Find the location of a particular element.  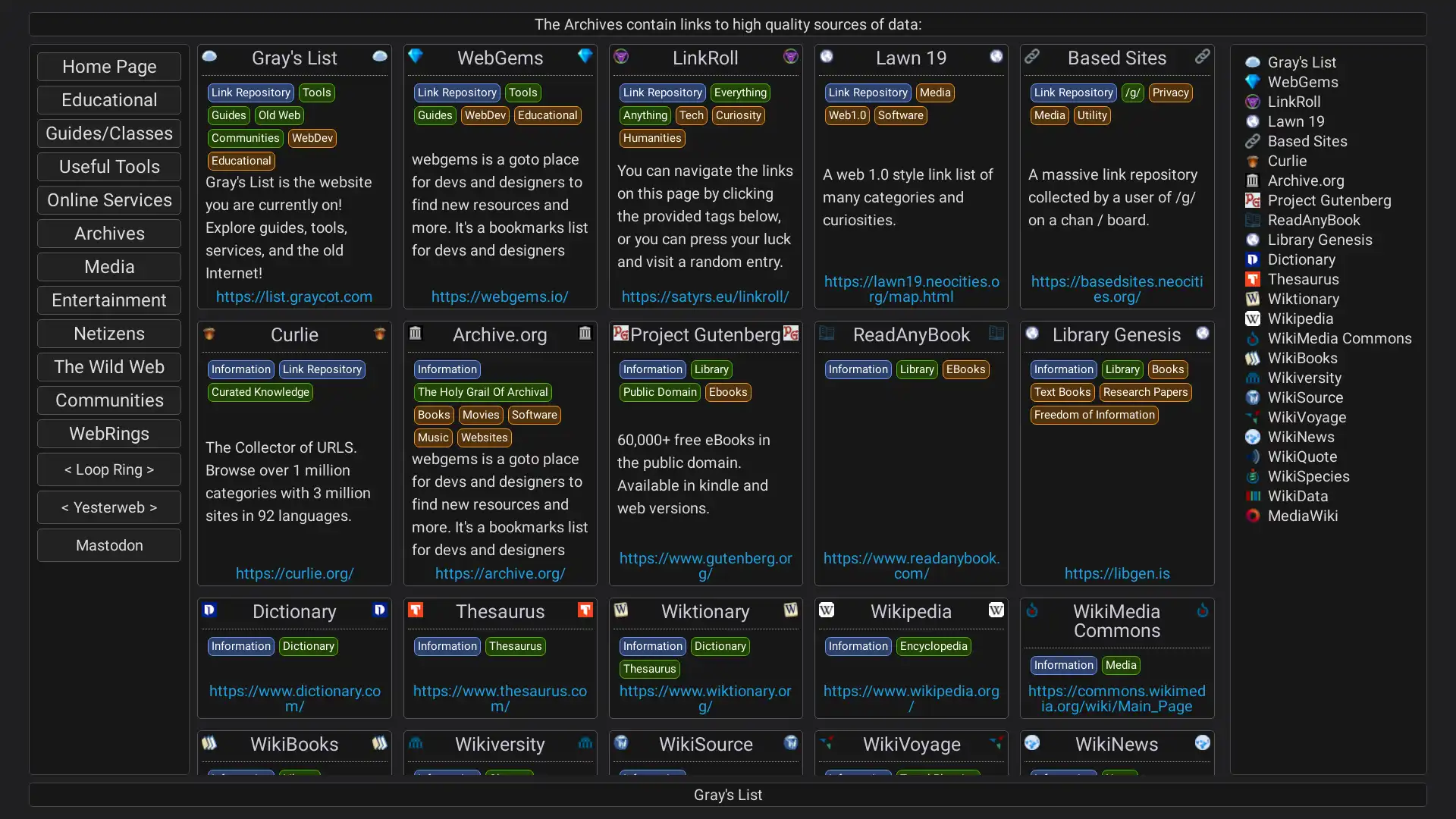

Guides/Classes is located at coordinates (108, 133).